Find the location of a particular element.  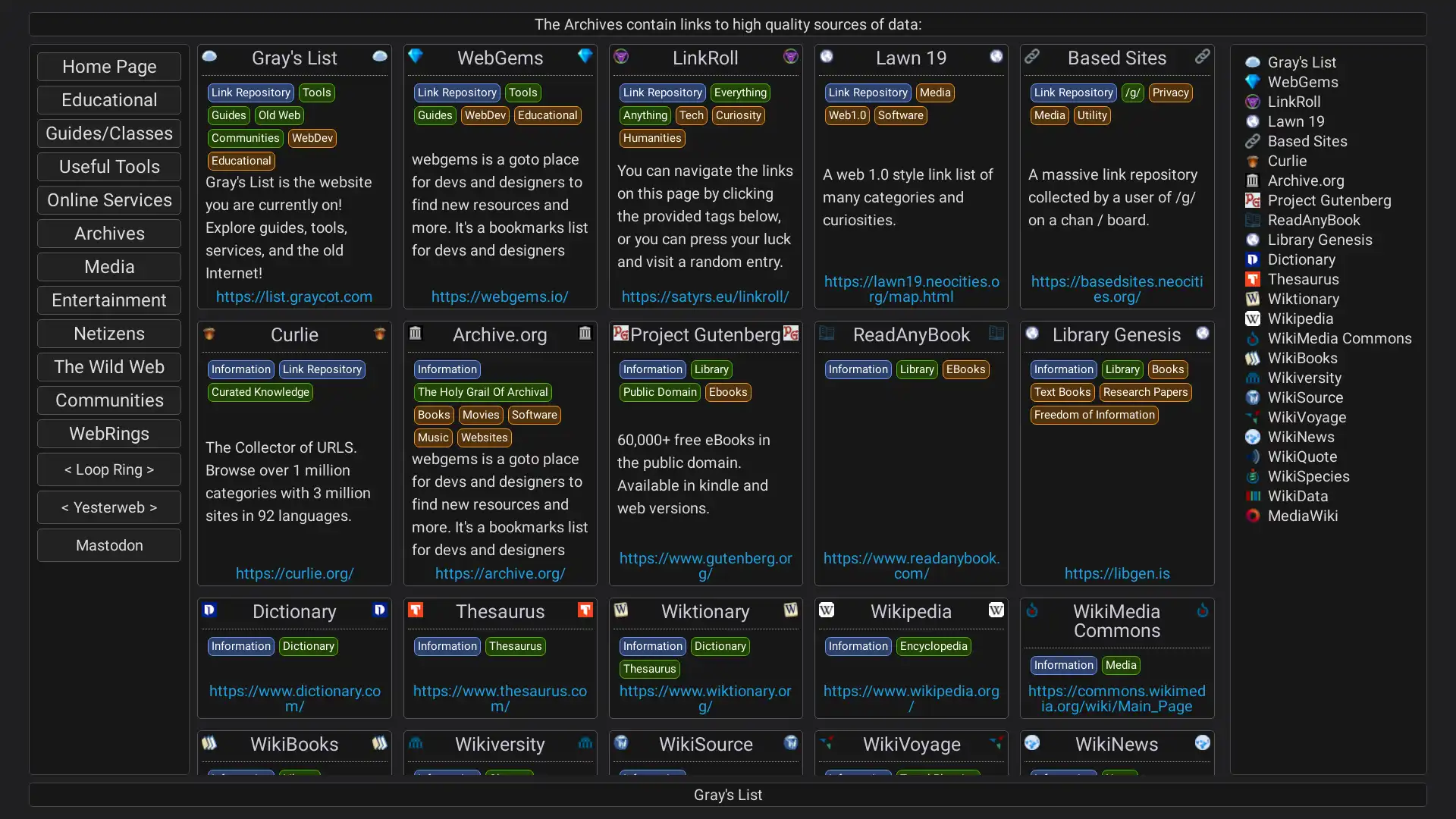

Guides/Classes is located at coordinates (108, 133).